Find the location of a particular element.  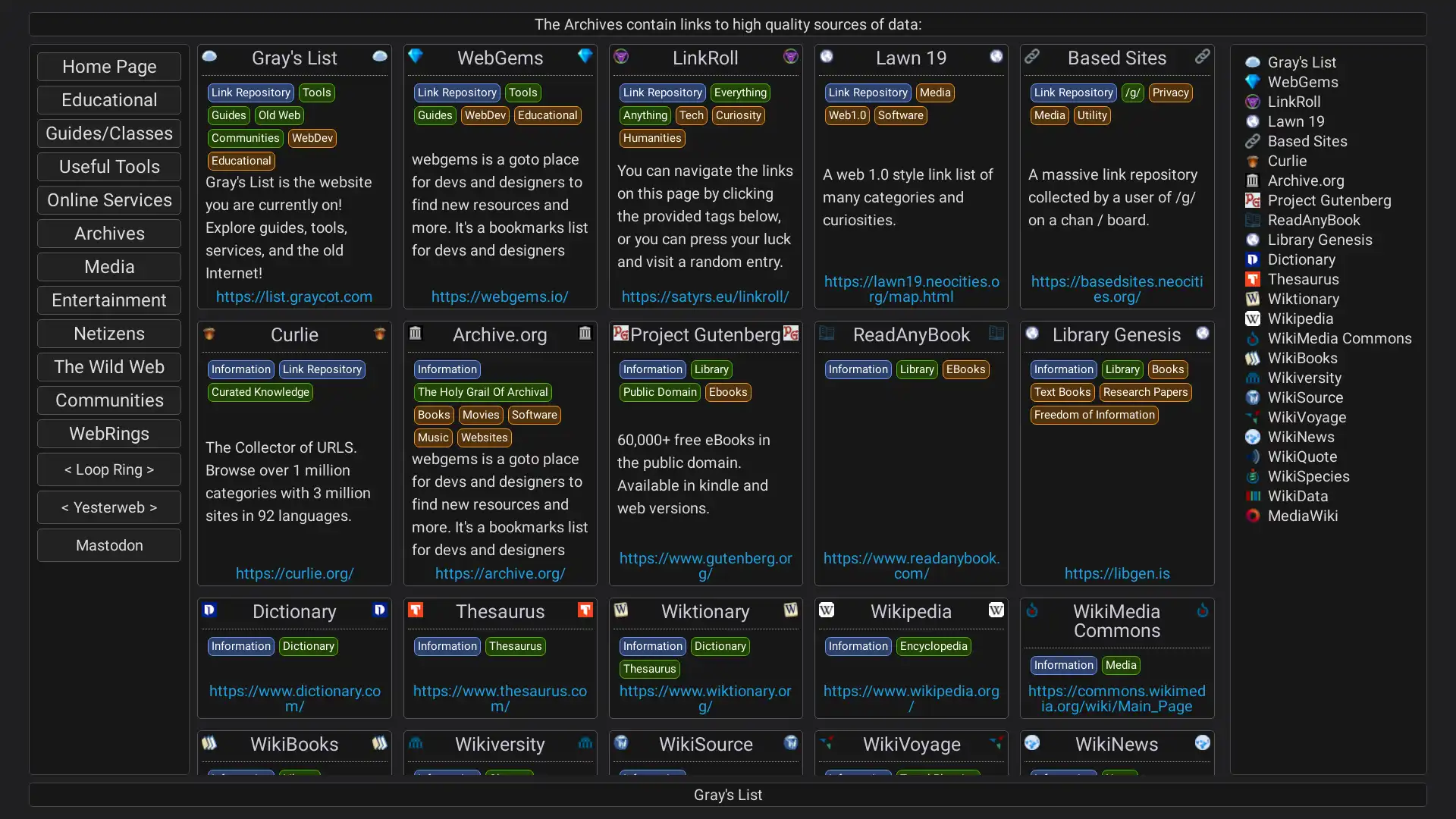

Guides/Classes is located at coordinates (108, 133).